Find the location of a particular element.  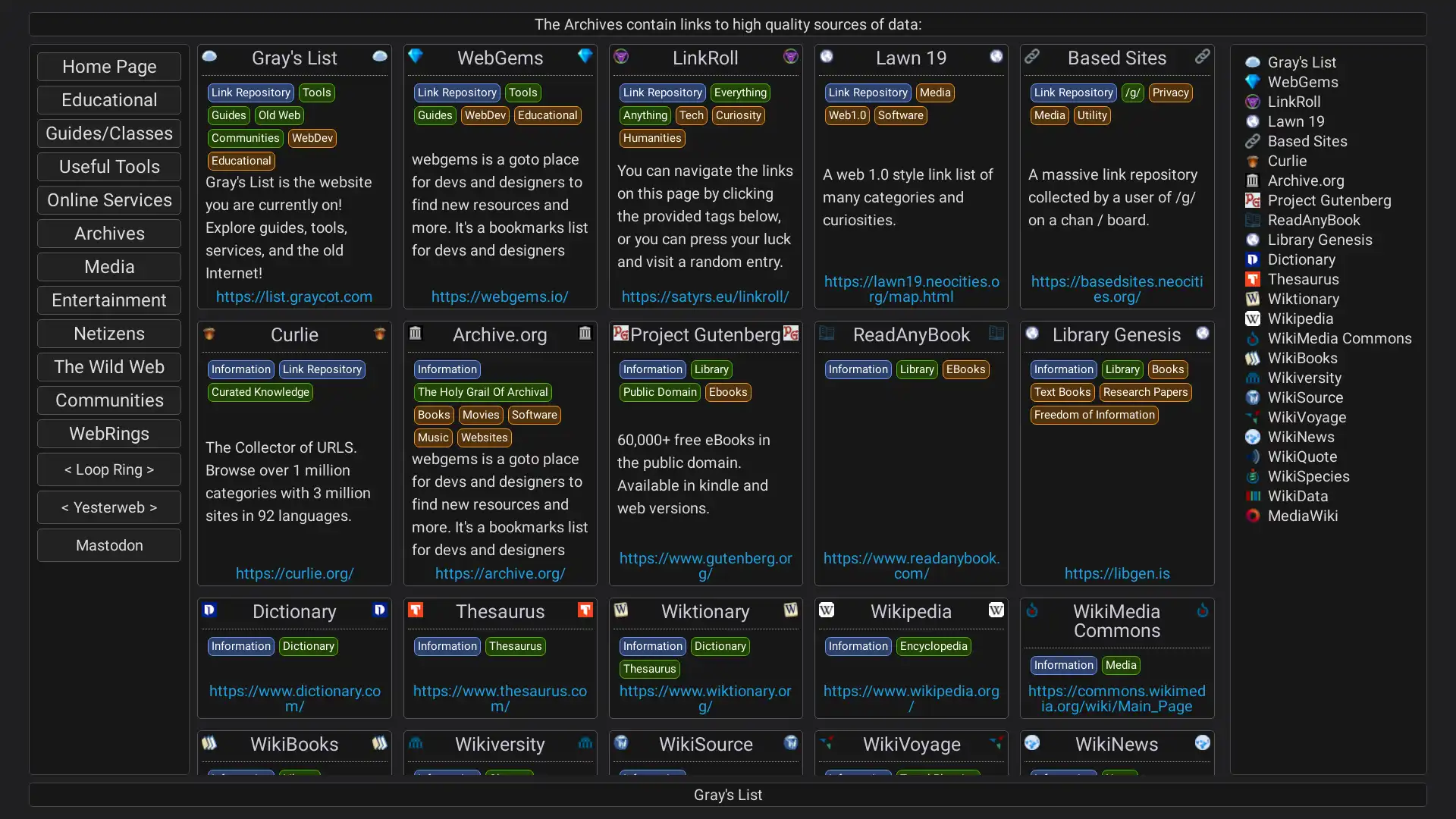

Guides/Classes is located at coordinates (108, 133).